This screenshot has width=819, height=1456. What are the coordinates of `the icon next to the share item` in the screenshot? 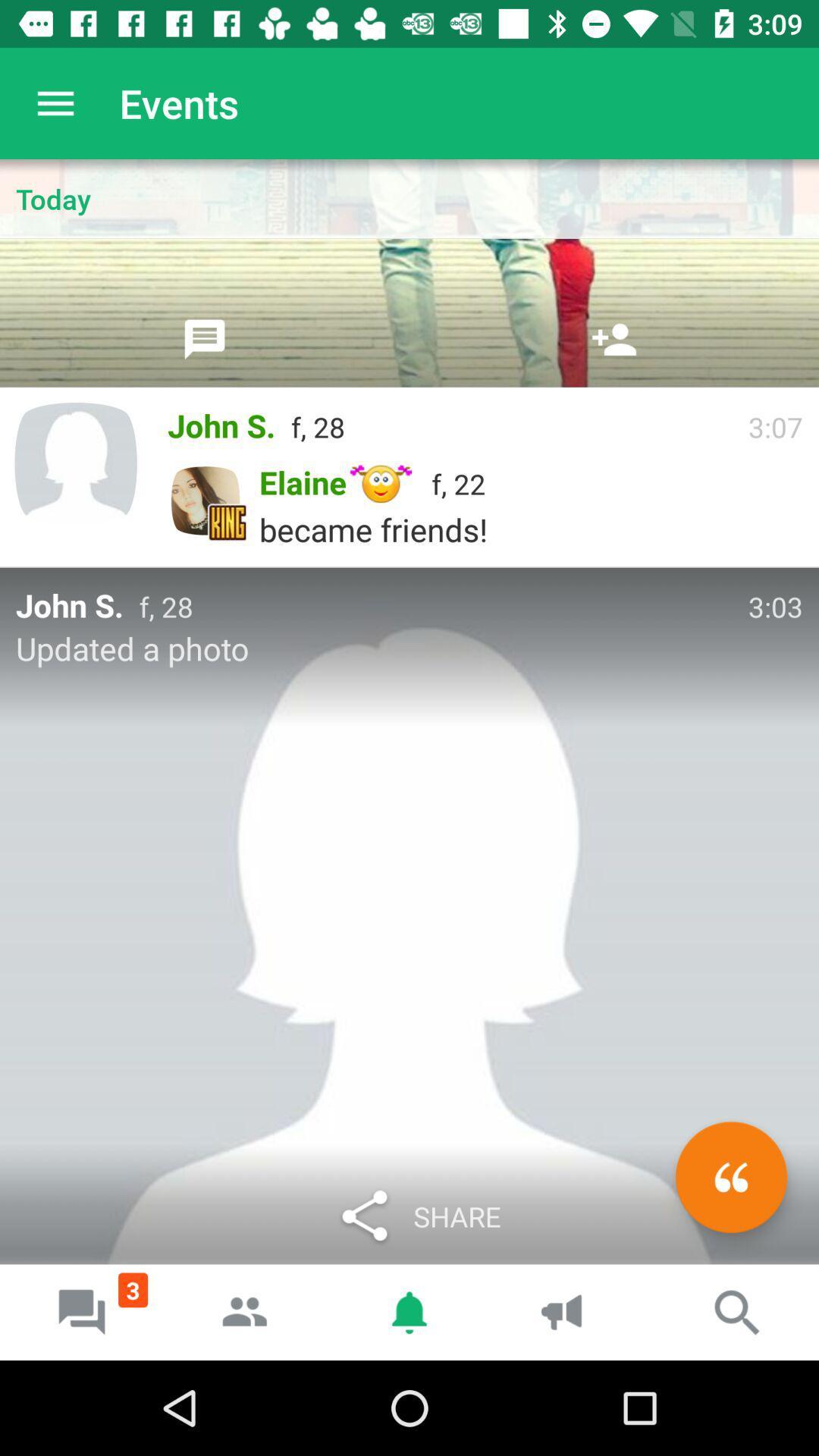 It's located at (730, 1176).